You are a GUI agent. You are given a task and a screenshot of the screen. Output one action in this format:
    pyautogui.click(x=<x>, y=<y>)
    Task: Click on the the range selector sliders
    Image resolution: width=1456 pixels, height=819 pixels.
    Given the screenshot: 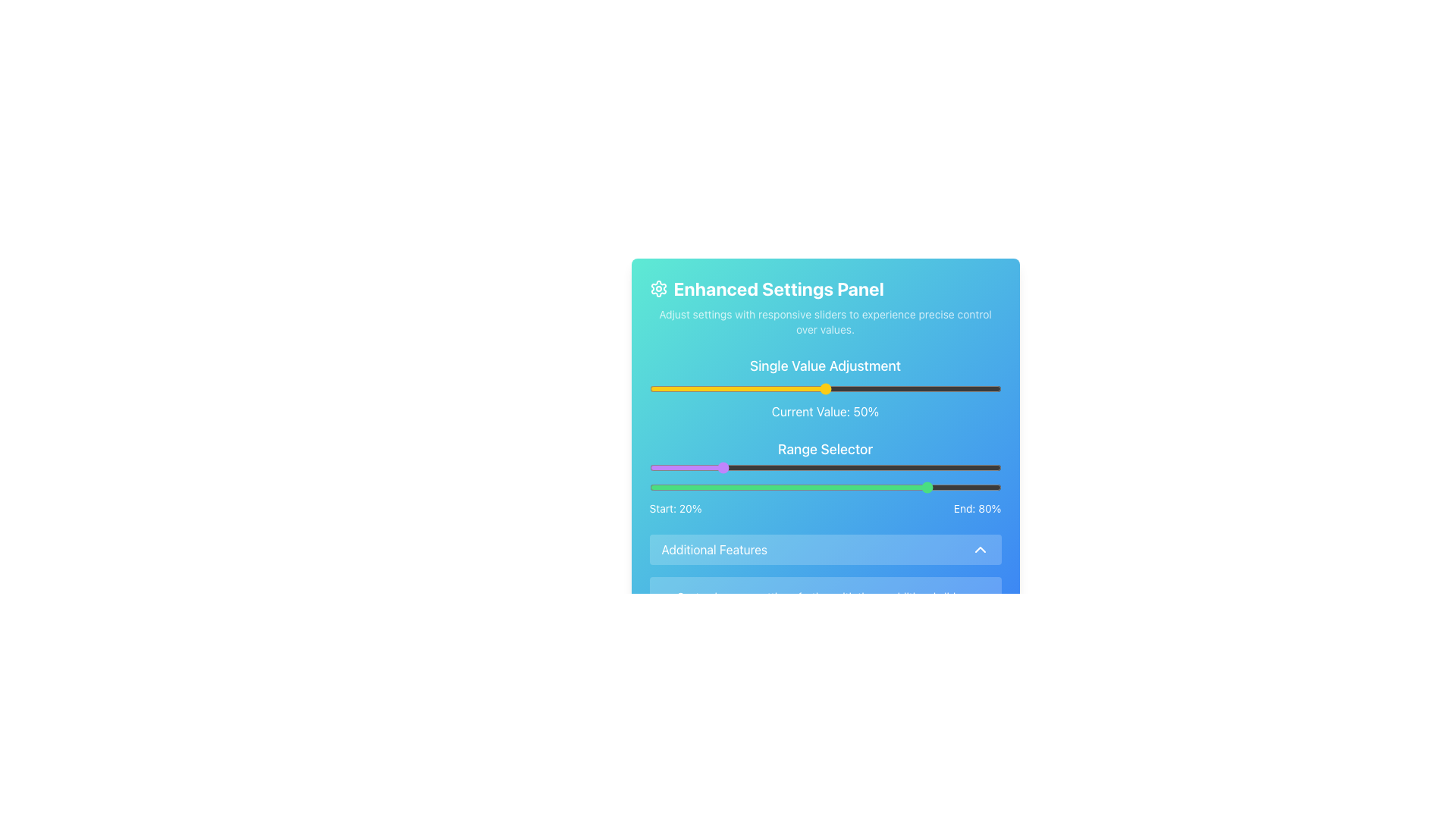 What is the action you would take?
    pyautogui.click(x=902, y=467)
    